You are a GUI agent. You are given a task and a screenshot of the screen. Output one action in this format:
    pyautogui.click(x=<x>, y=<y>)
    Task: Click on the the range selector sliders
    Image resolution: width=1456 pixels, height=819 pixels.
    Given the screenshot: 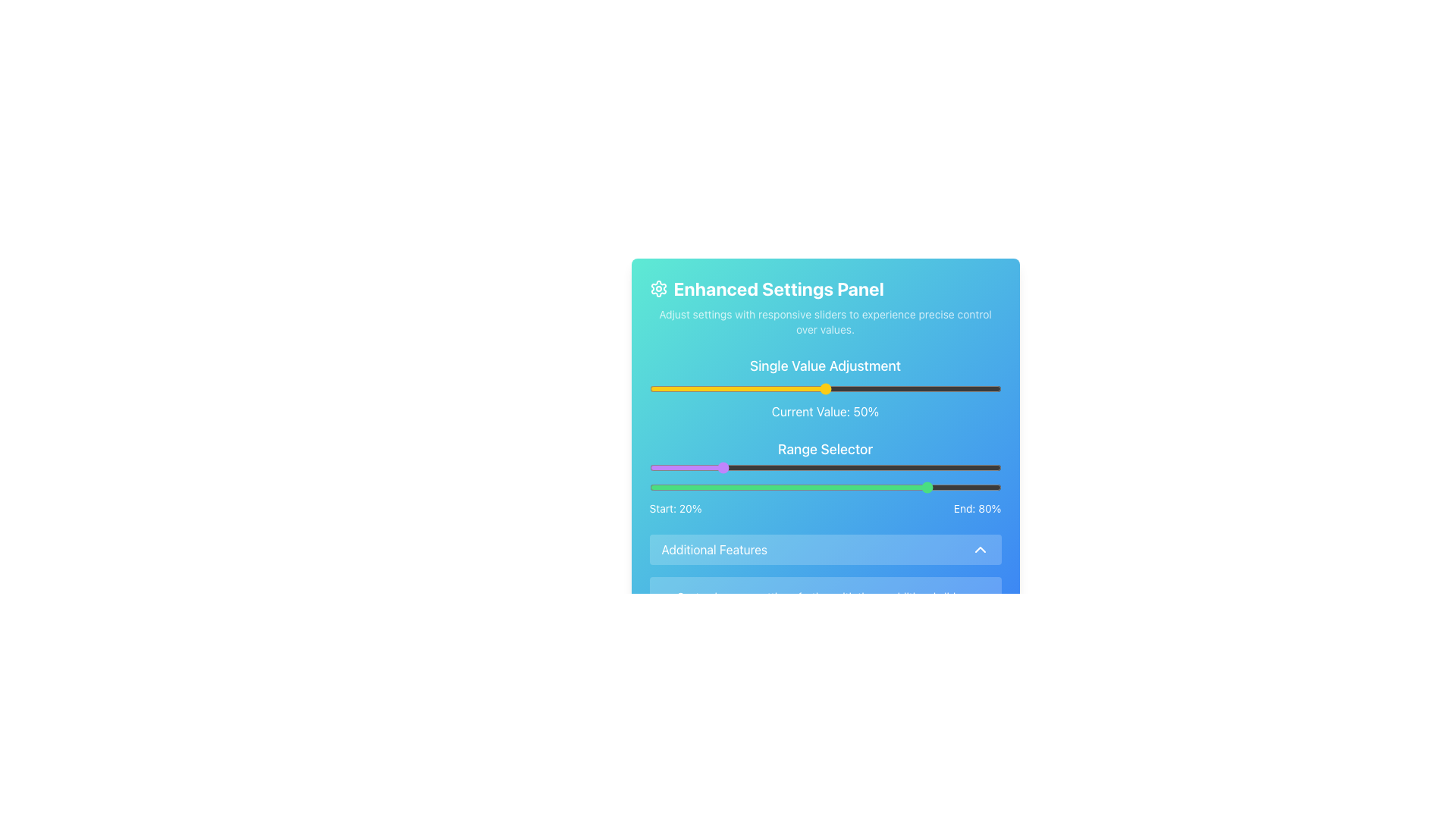 What is the action you would take?
    pyautogui.click(x=902, y=467)
    